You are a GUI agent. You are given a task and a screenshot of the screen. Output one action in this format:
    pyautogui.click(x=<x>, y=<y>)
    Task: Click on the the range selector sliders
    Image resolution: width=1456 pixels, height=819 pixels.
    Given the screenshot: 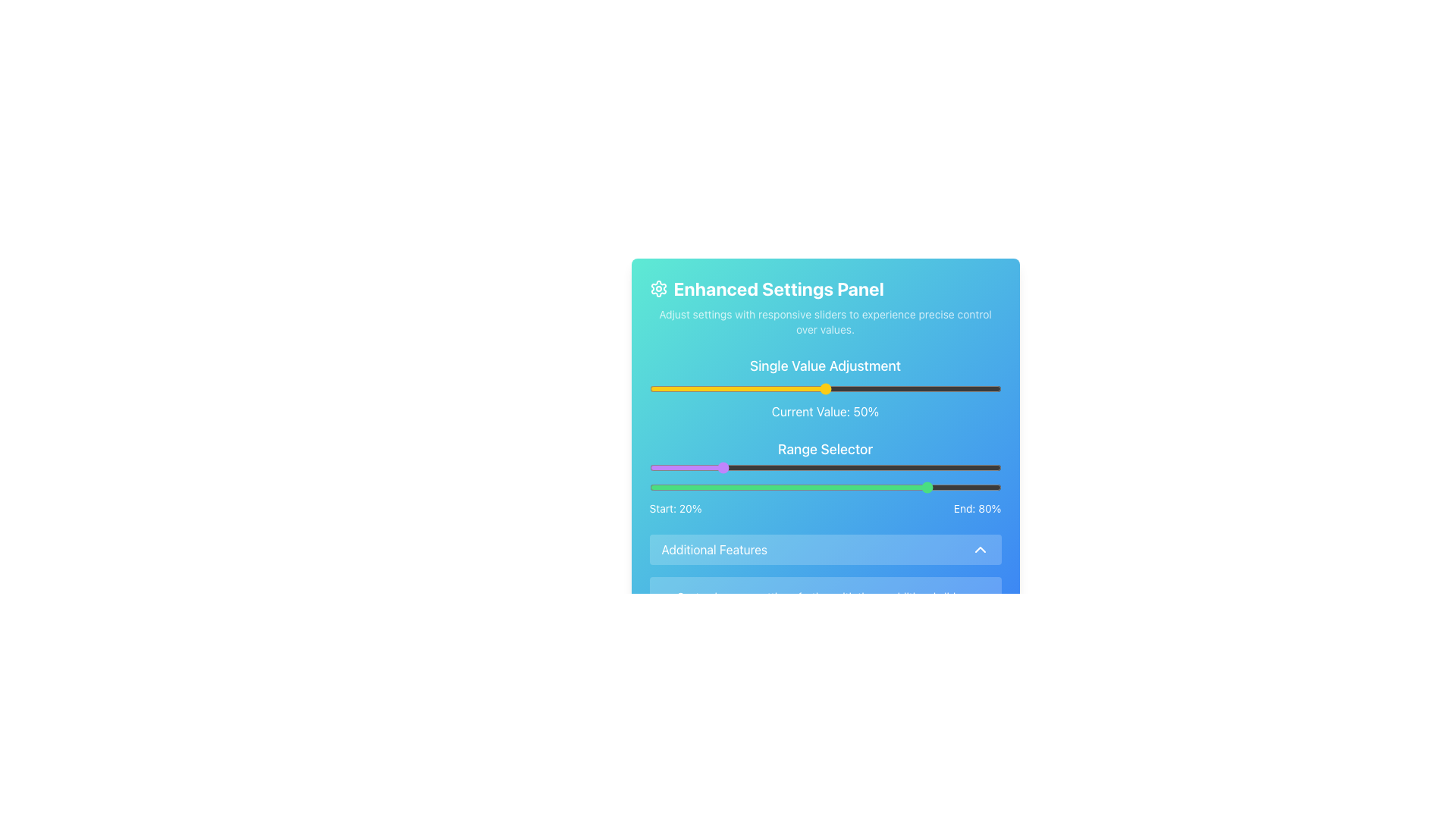 What is the action you would take?
    pyautogui.click(x=902, y=467)
    